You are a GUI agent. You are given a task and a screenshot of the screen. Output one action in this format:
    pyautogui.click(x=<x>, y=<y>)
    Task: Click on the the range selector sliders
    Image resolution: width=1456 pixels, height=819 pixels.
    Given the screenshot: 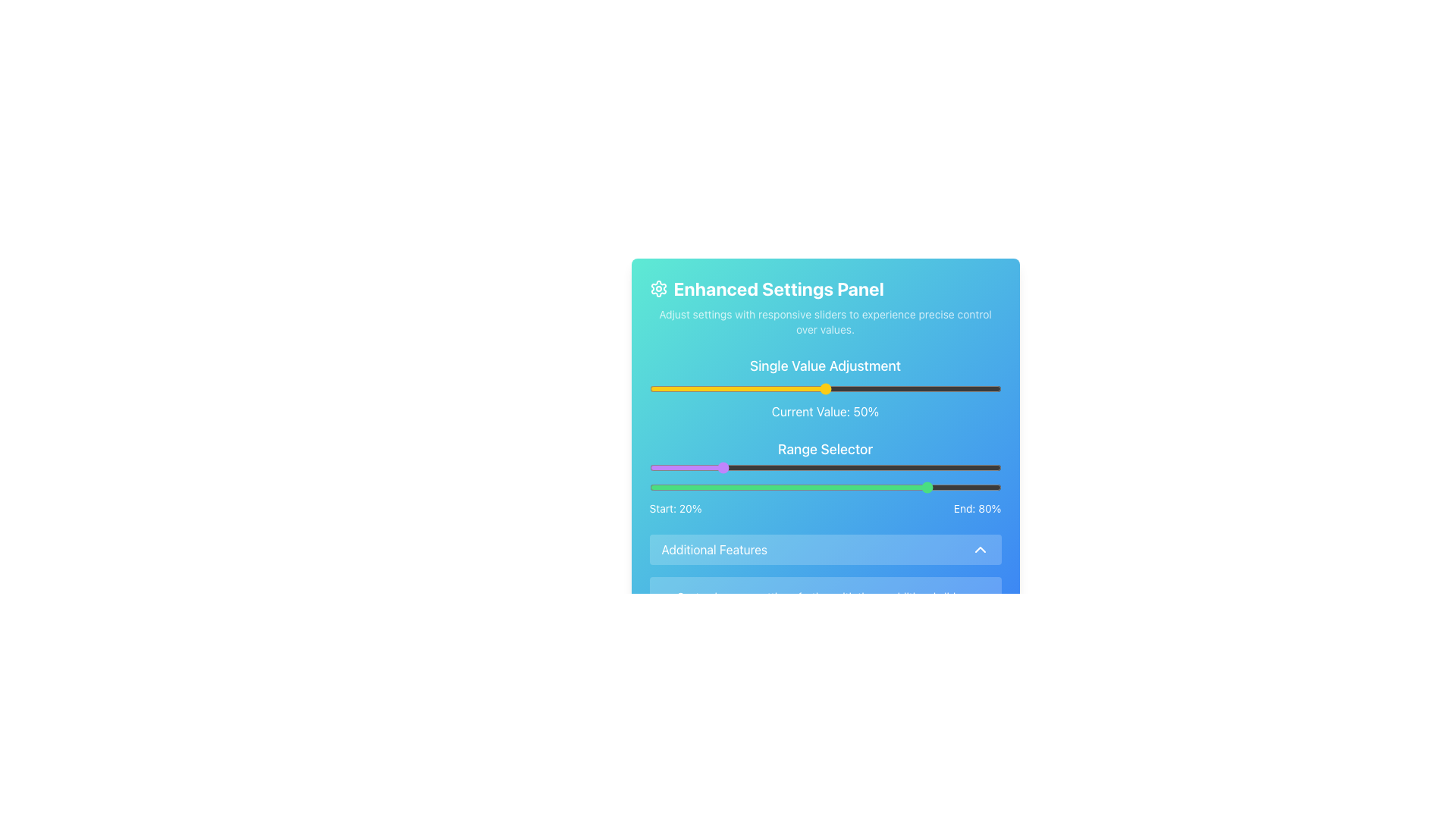 What is the action you would take?
    pyautogui.click(x=902, y=467)
    